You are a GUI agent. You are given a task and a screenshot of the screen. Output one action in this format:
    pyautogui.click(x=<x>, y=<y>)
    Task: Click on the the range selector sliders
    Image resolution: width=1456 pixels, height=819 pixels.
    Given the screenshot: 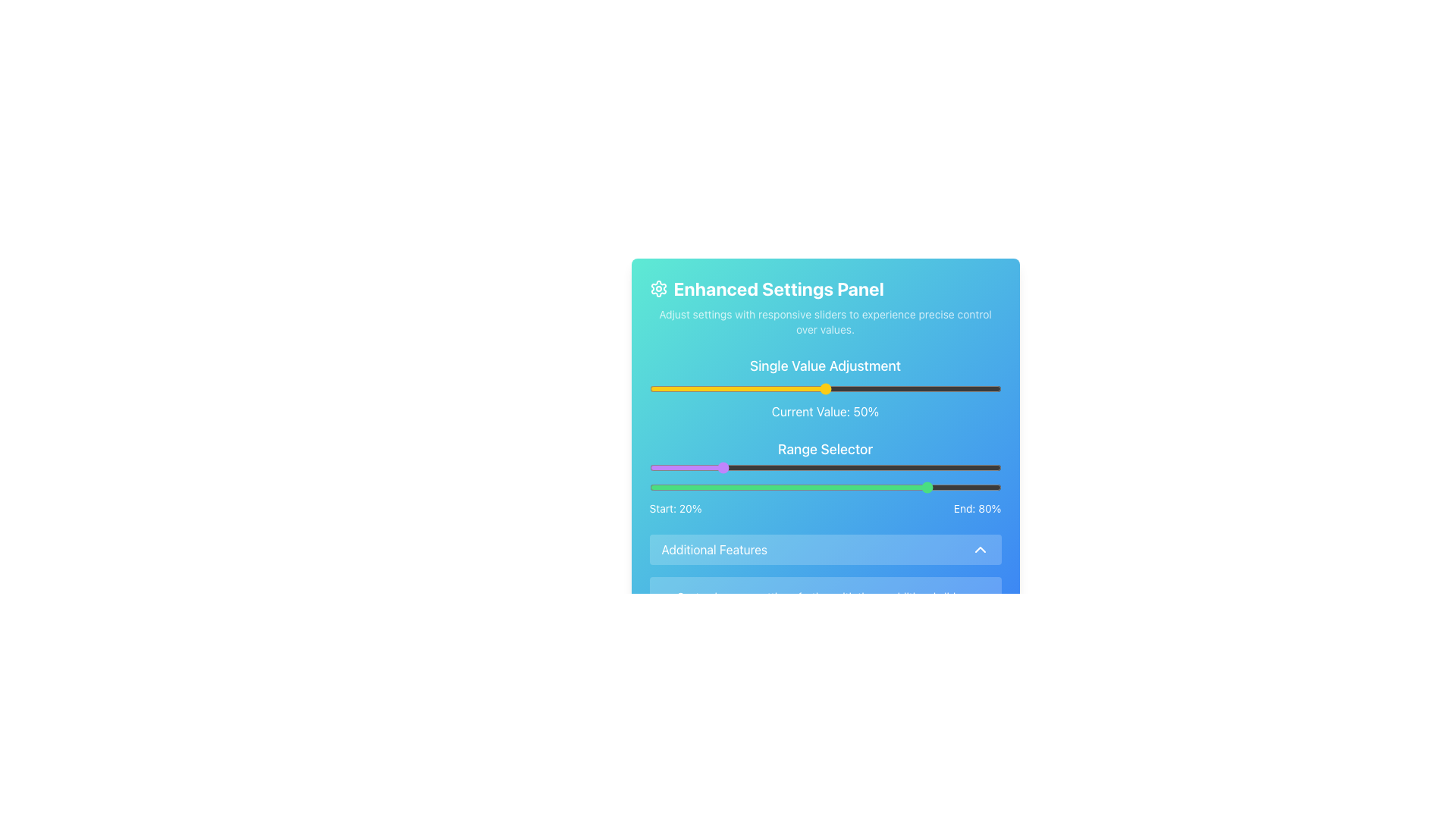 What is the action you would take?
    pyautogui.click(x=902, y=467)
    